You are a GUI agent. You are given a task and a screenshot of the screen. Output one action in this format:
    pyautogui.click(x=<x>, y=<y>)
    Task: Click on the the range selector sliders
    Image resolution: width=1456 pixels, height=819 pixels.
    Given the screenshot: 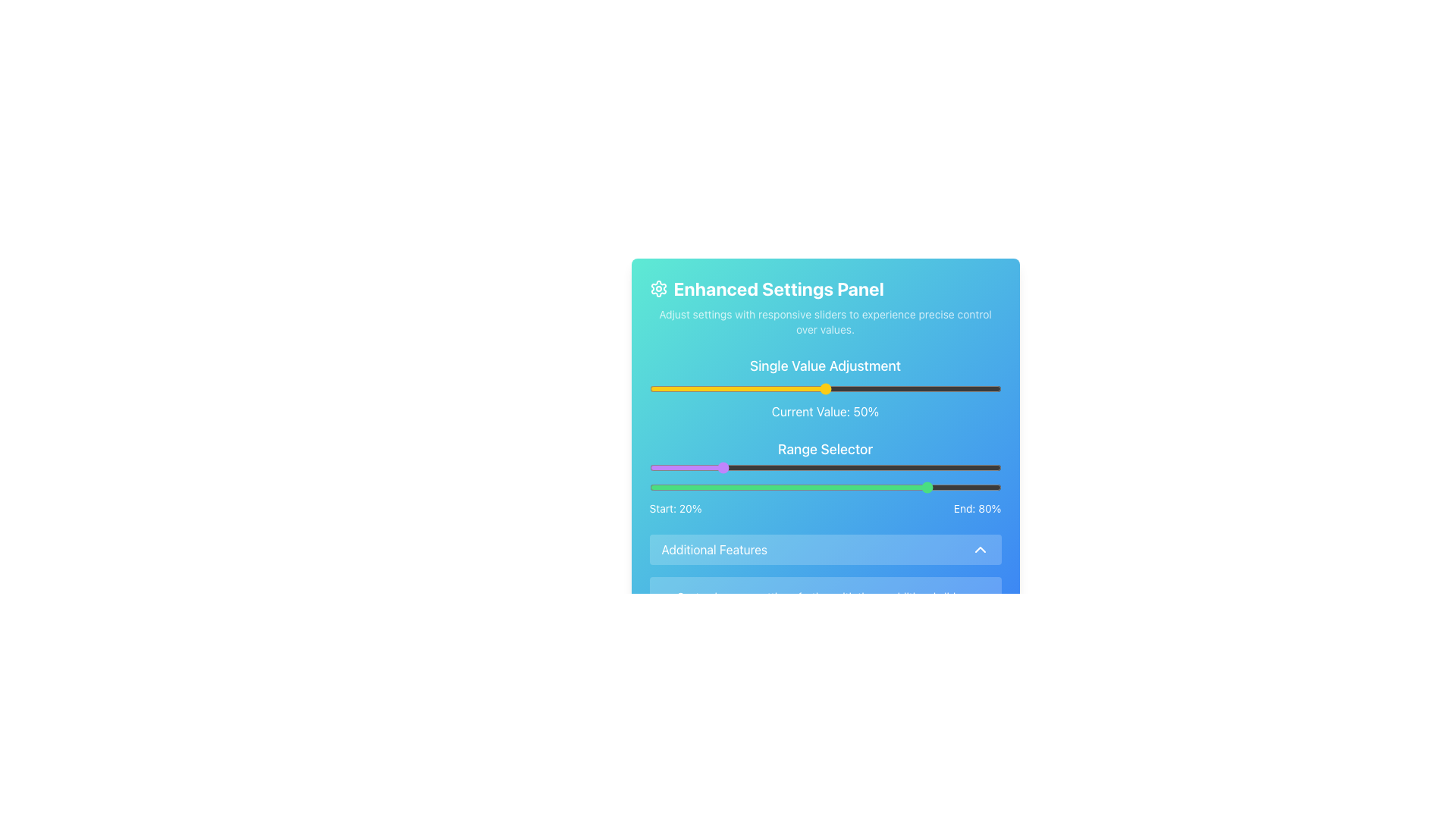 What is the action you would take?
    pyautogui.click(x=902, y=467)
    